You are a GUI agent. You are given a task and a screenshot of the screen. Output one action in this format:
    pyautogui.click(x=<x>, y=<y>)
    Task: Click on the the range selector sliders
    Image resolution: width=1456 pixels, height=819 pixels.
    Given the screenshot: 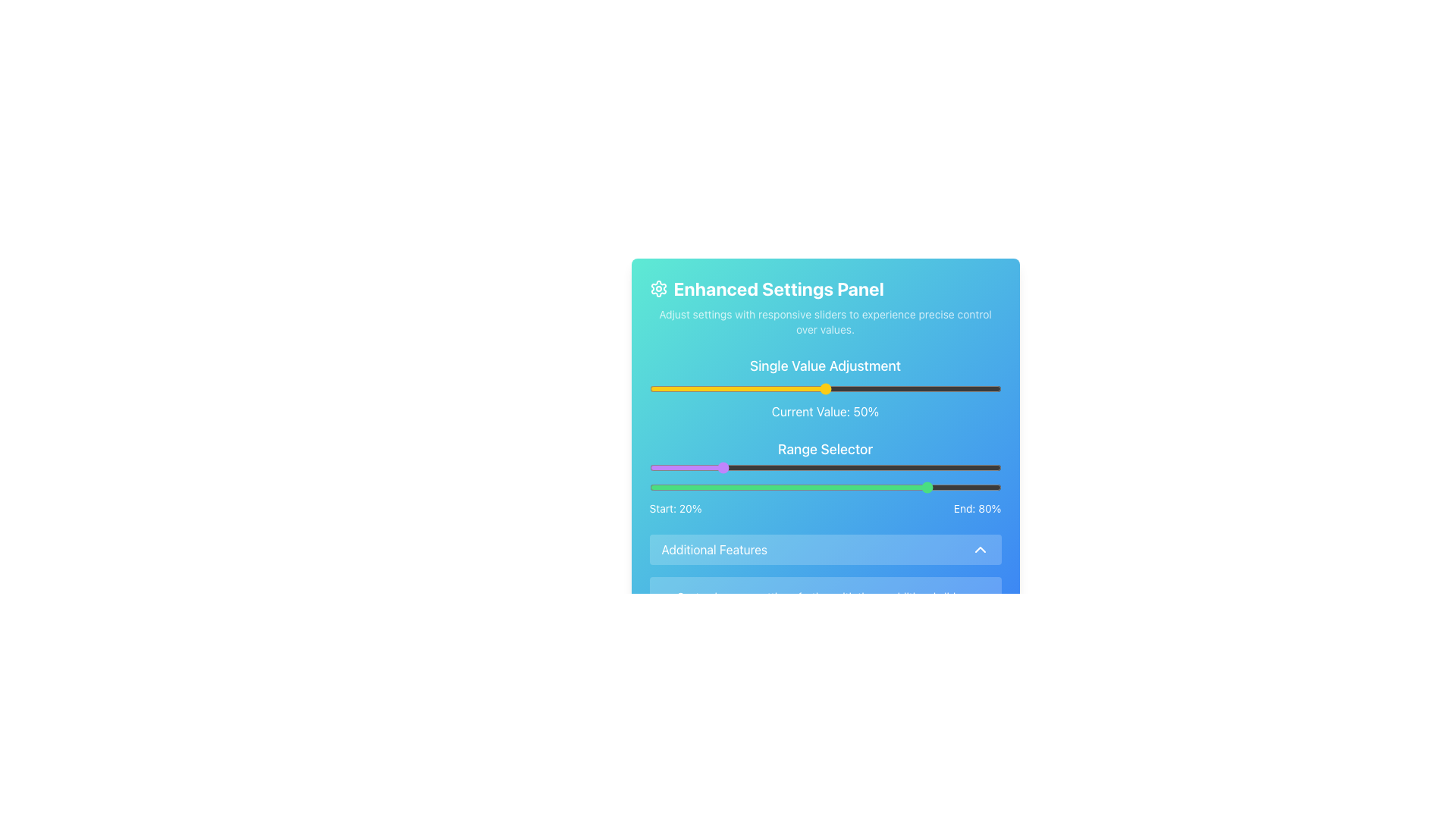 What is the action you would take?
    pyautogui.click(x=902, y=467)
    